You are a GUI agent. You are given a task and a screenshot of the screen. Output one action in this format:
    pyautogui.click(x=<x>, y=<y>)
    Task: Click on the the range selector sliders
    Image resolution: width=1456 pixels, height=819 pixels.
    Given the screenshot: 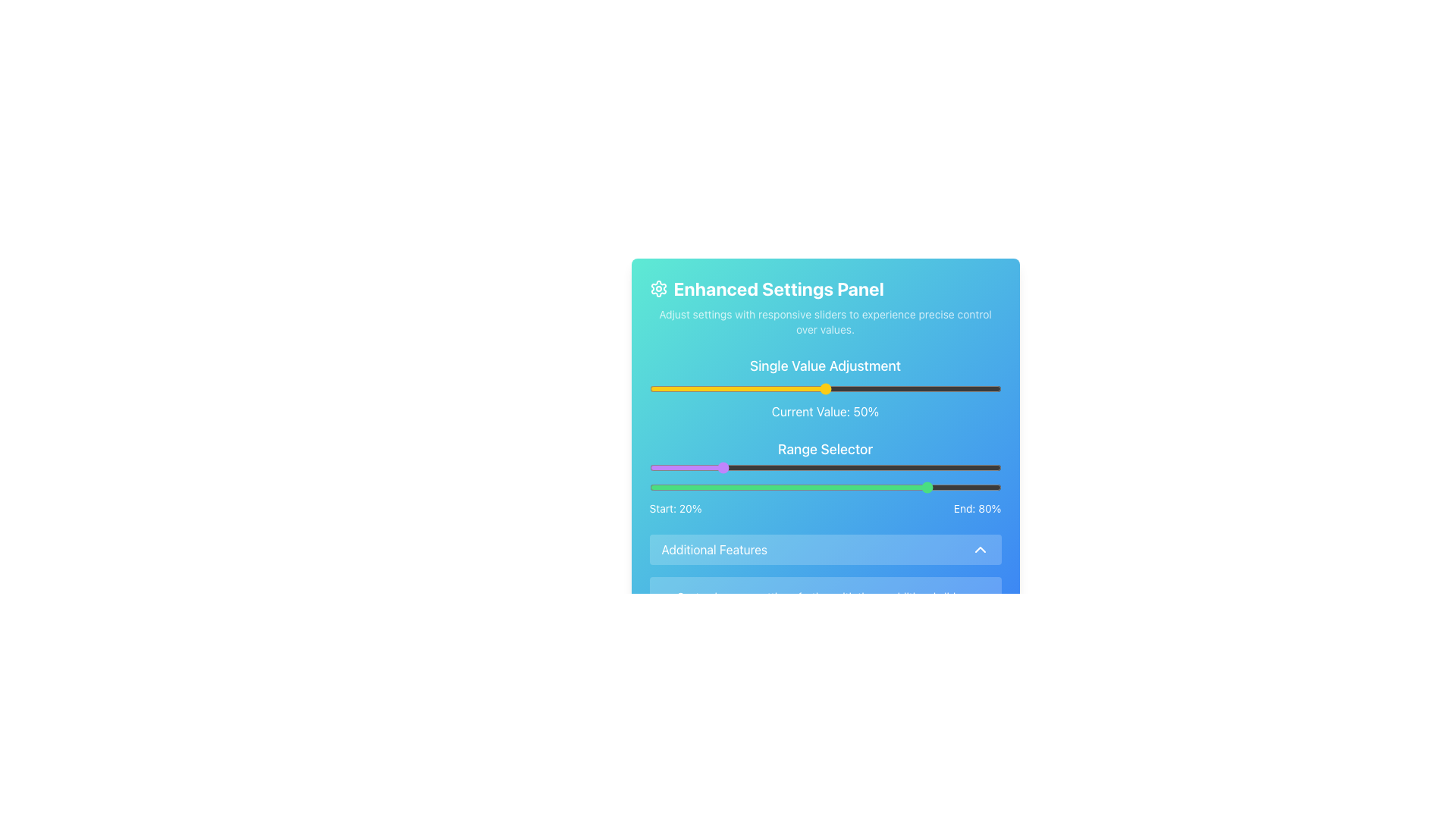 What is the action you would take?
    pyautogui.click(x=902, y=467)
    